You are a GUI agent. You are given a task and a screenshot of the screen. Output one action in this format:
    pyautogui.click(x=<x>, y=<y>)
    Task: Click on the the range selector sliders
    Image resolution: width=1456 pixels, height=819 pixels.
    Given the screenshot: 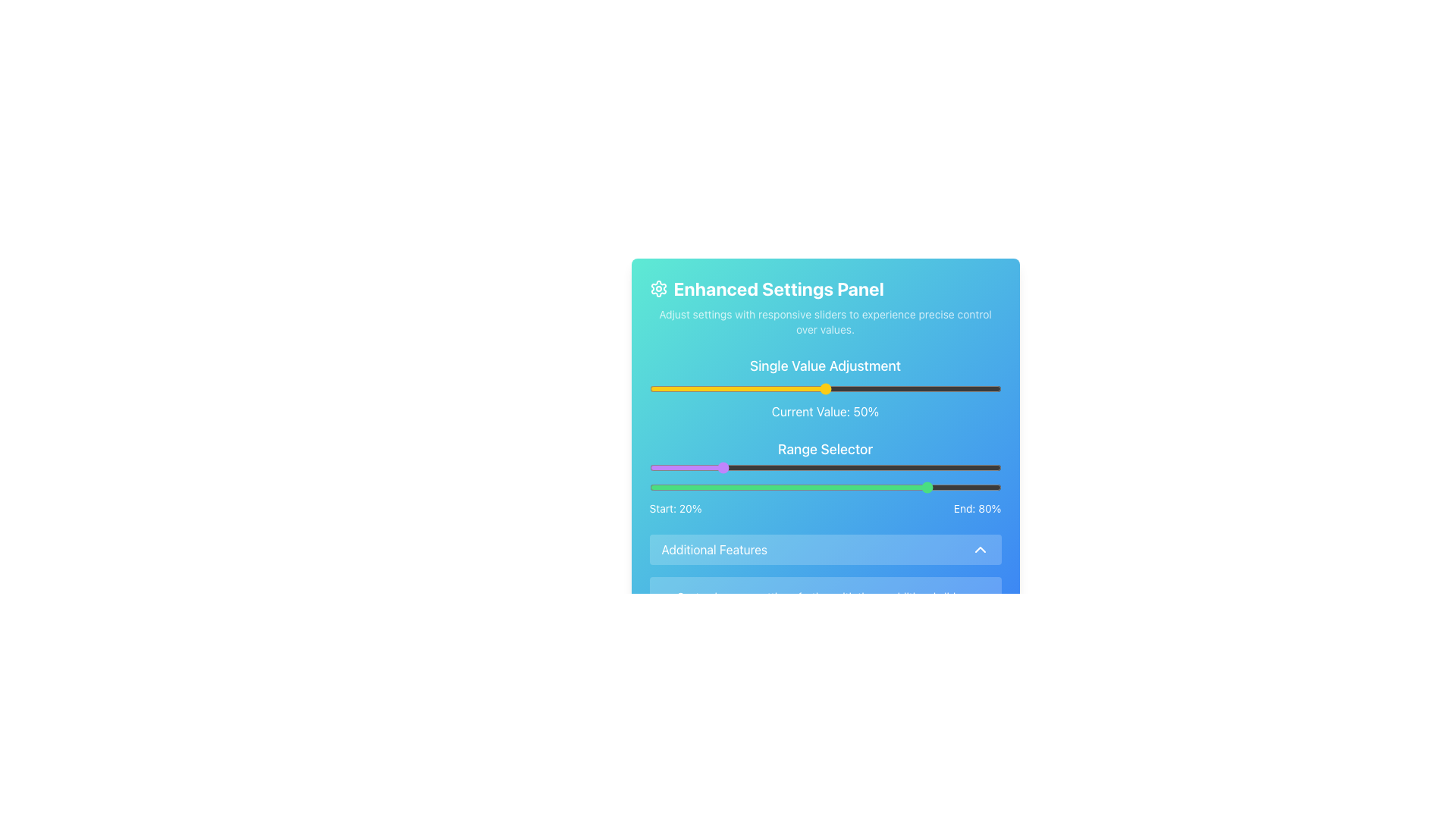 What is the action you would take?
    pyautogui.click(x=902, y=467)
    